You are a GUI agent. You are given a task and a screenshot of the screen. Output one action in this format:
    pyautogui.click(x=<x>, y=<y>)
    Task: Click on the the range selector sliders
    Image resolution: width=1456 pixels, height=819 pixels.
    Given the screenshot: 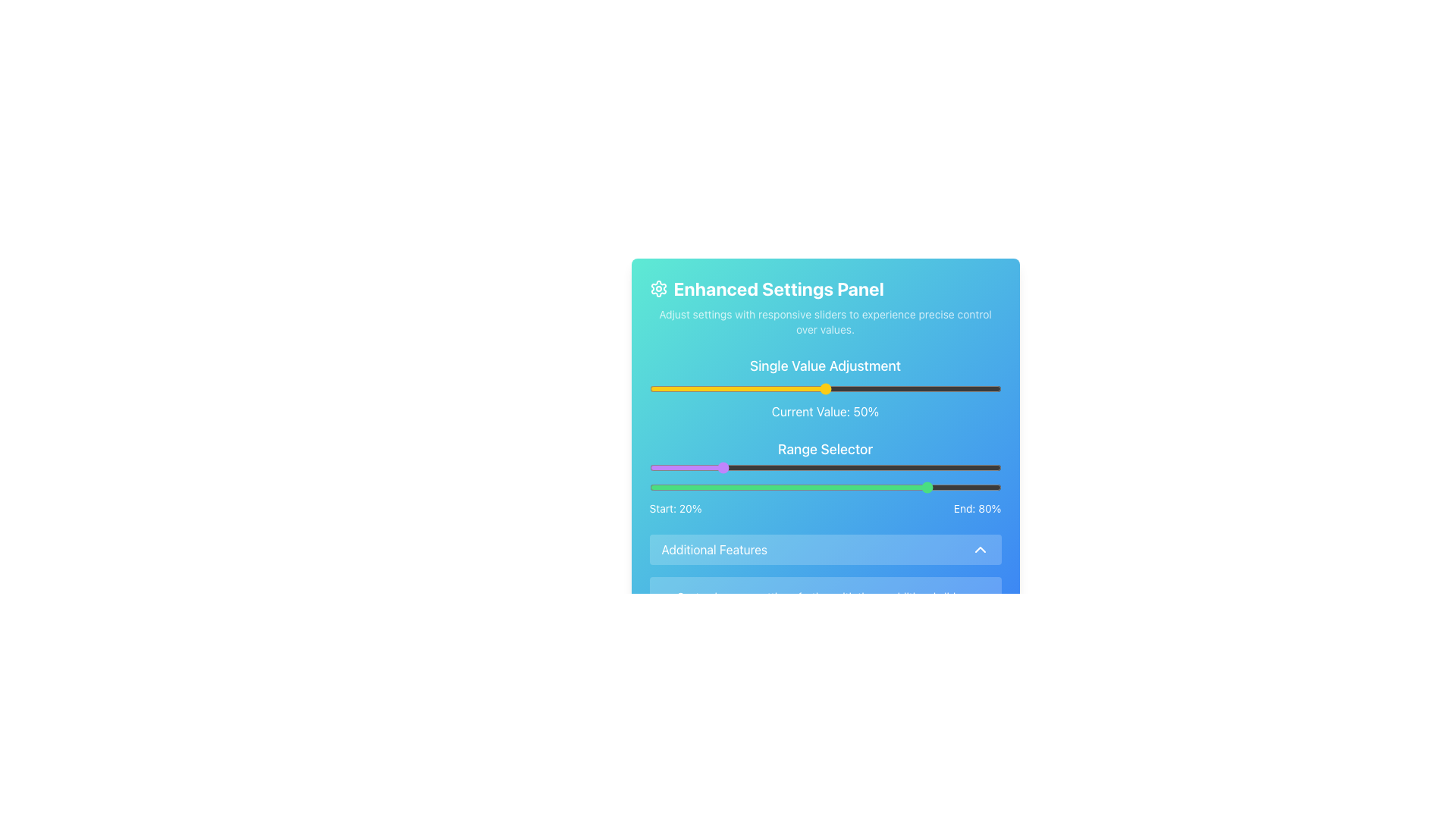 What is the action you would take?
    pyautogui.click(x=902, y=467)
    